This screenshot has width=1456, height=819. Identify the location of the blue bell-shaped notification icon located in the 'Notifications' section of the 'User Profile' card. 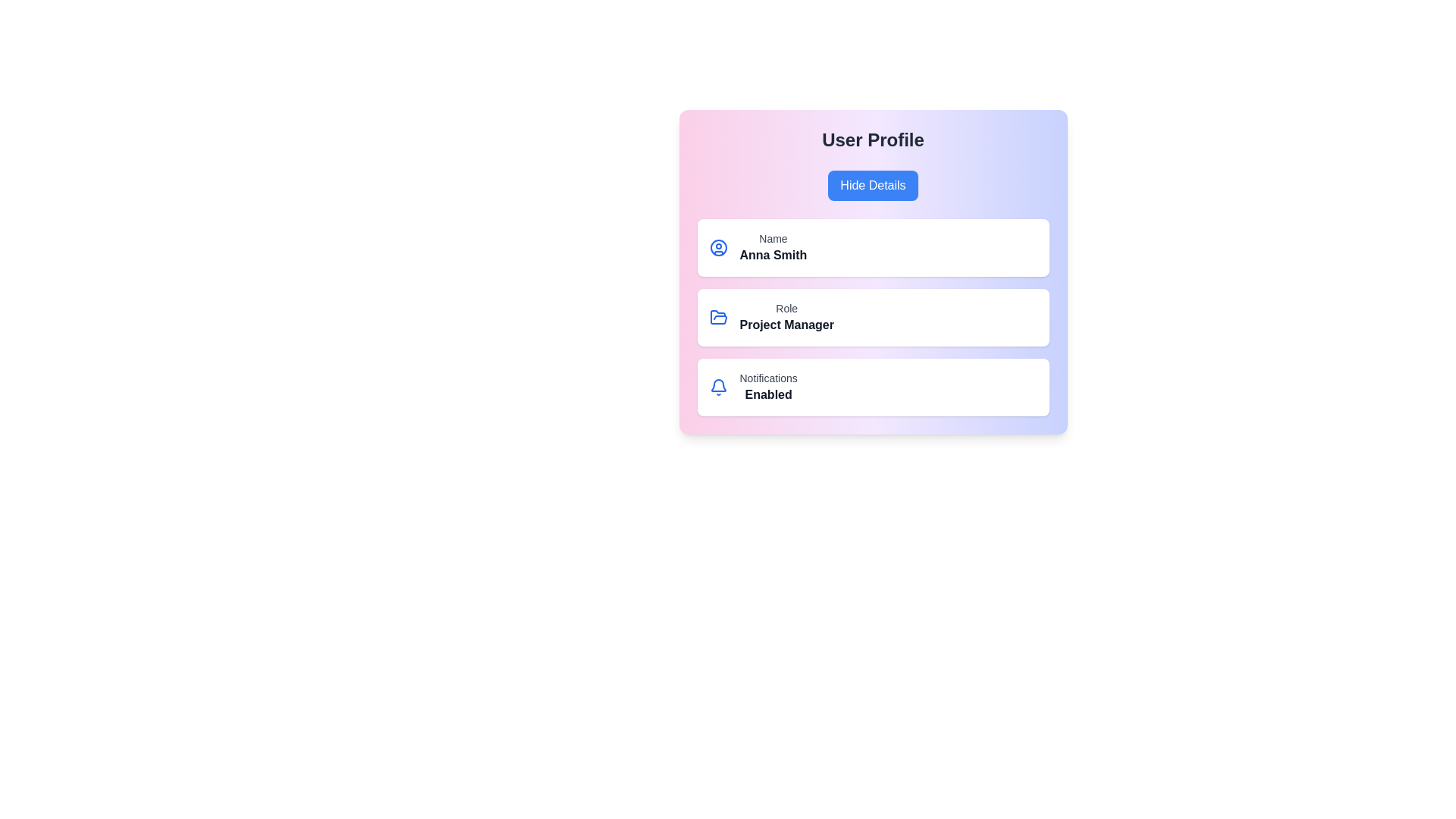
(717, 386).